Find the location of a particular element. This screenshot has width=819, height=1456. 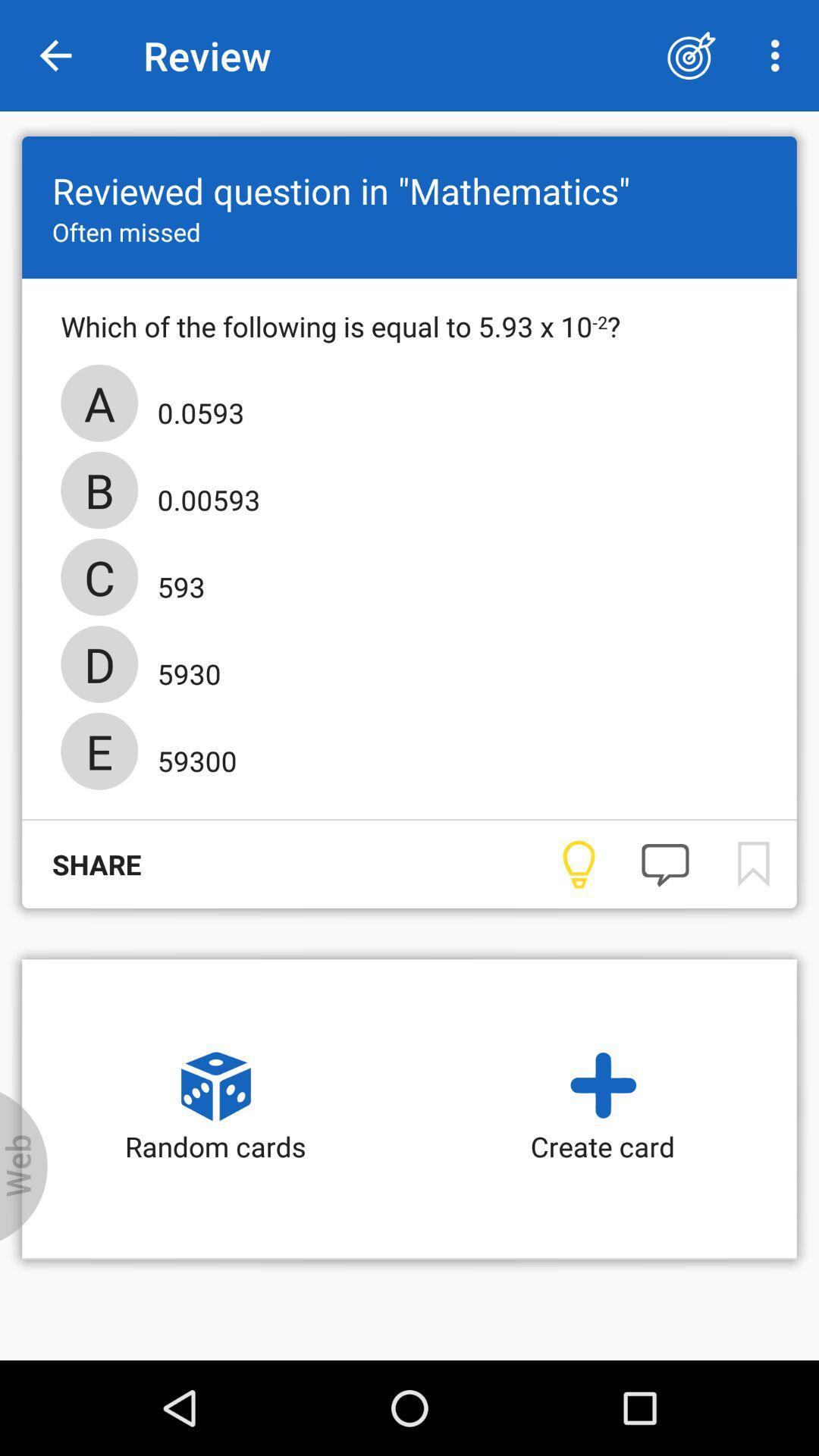

open sidebar is located at coordinates (24, 1166).